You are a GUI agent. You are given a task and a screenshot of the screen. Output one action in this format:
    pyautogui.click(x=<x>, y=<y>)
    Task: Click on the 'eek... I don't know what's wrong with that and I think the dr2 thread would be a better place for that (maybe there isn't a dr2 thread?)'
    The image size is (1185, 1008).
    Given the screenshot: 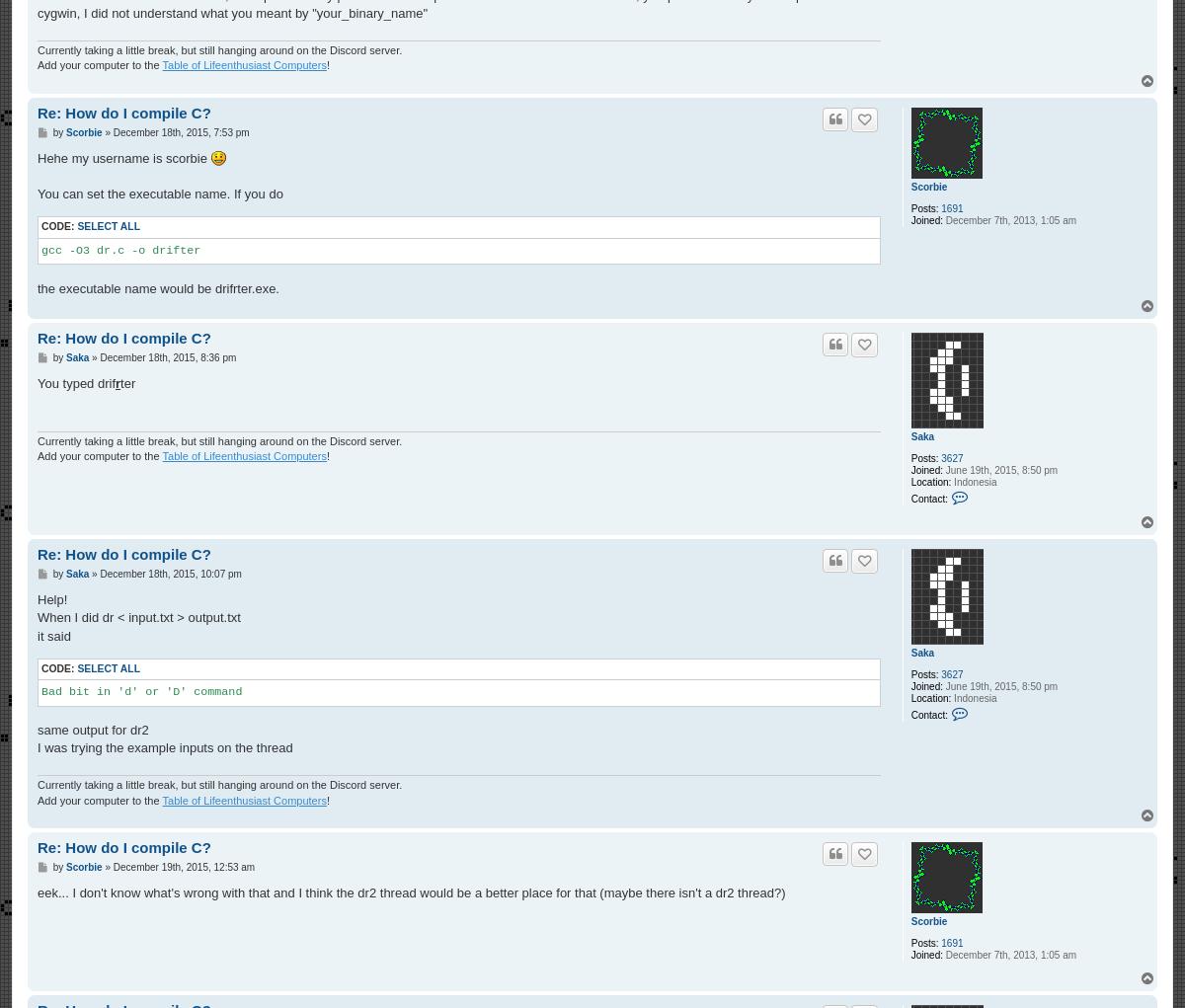 What is the action you would take?
    pyautogui.click(x=411, y=892)
    